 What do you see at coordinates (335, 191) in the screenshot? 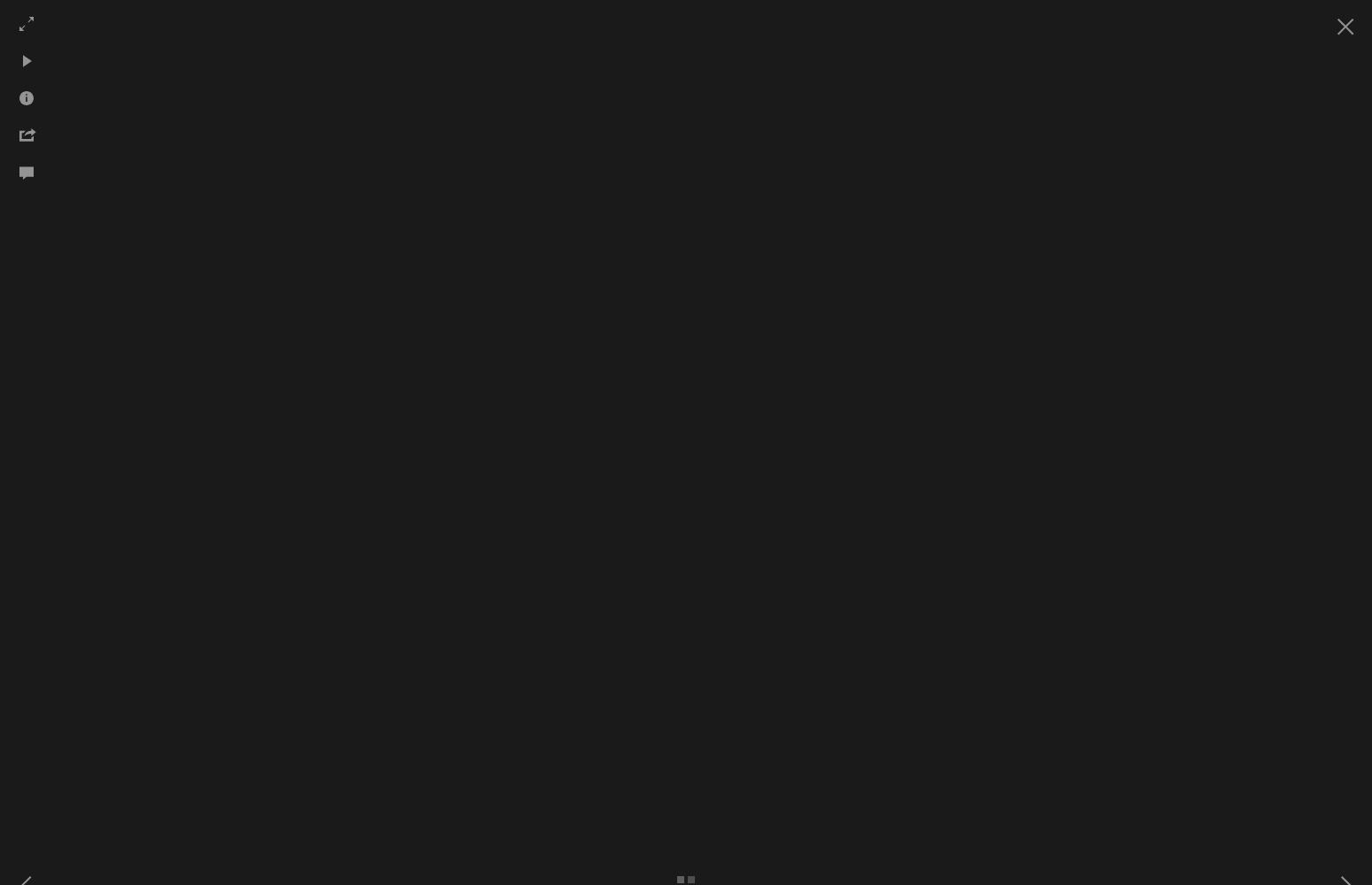
I see `'Home'` at bounding box center [335, 191].